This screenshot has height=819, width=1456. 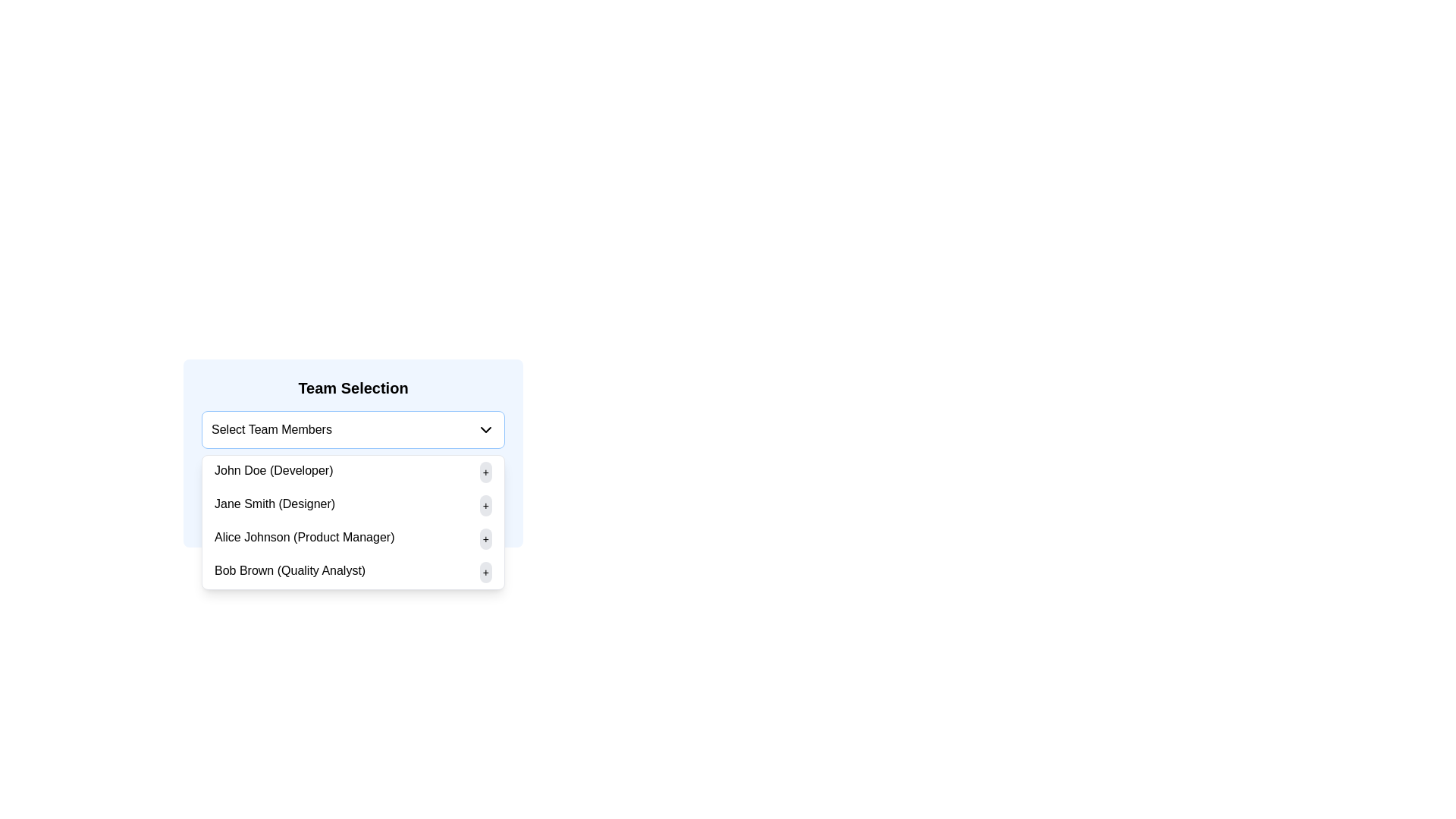 What do you see at coordinates (485, 538) in the screenshot?
I see `the small circular button with a plus sign located at the far right of the list item labeled 'Alice Johnson (Product Manager)'` at bounding box center [485, 538].